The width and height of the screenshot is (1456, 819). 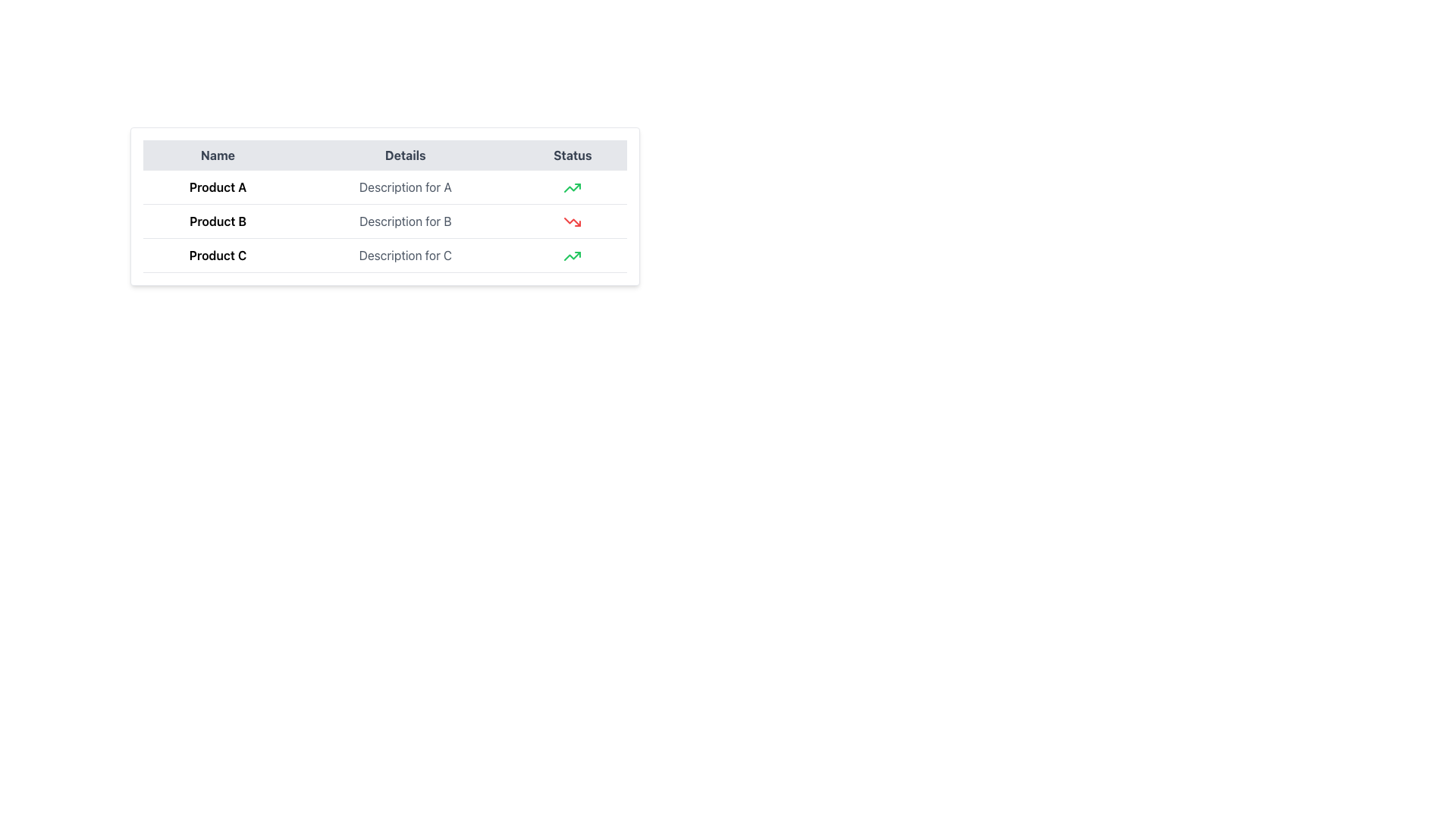 What do you see at coordinates (405, 187) in the screenshot?
I see `the text label that provides additional information for 'Product A', located in the second column of the first row of a table-like structure` at bounding box center [405, 187].